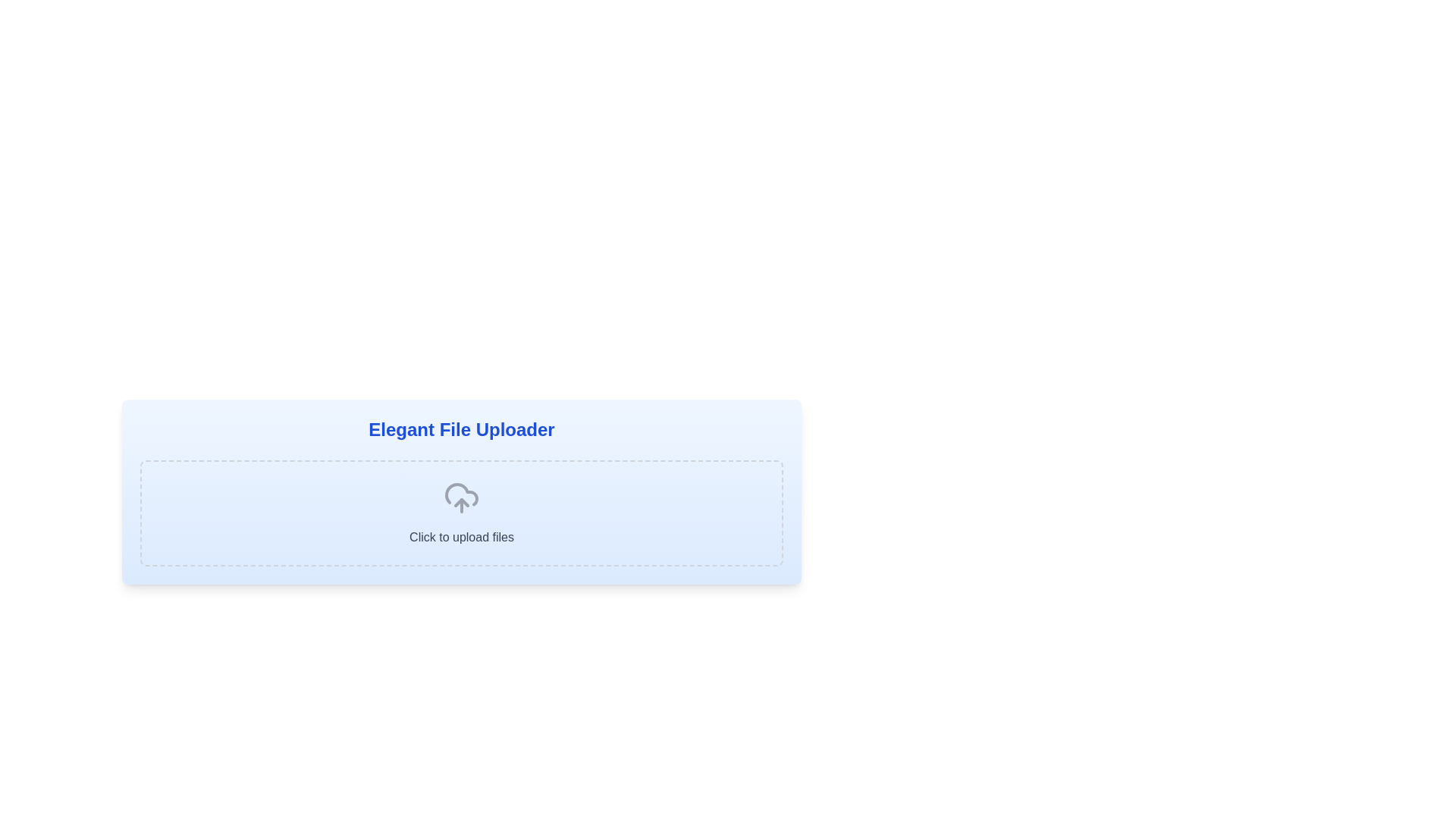 Image resolution: width=1456 pixels, height=819 pixels. Describe the element at coordinates (461, 513) in the screenshot. I see `the interactive file upload area element with a dashed border and light blue background, located under the heading 'Elegant File Uploader'` at that location.